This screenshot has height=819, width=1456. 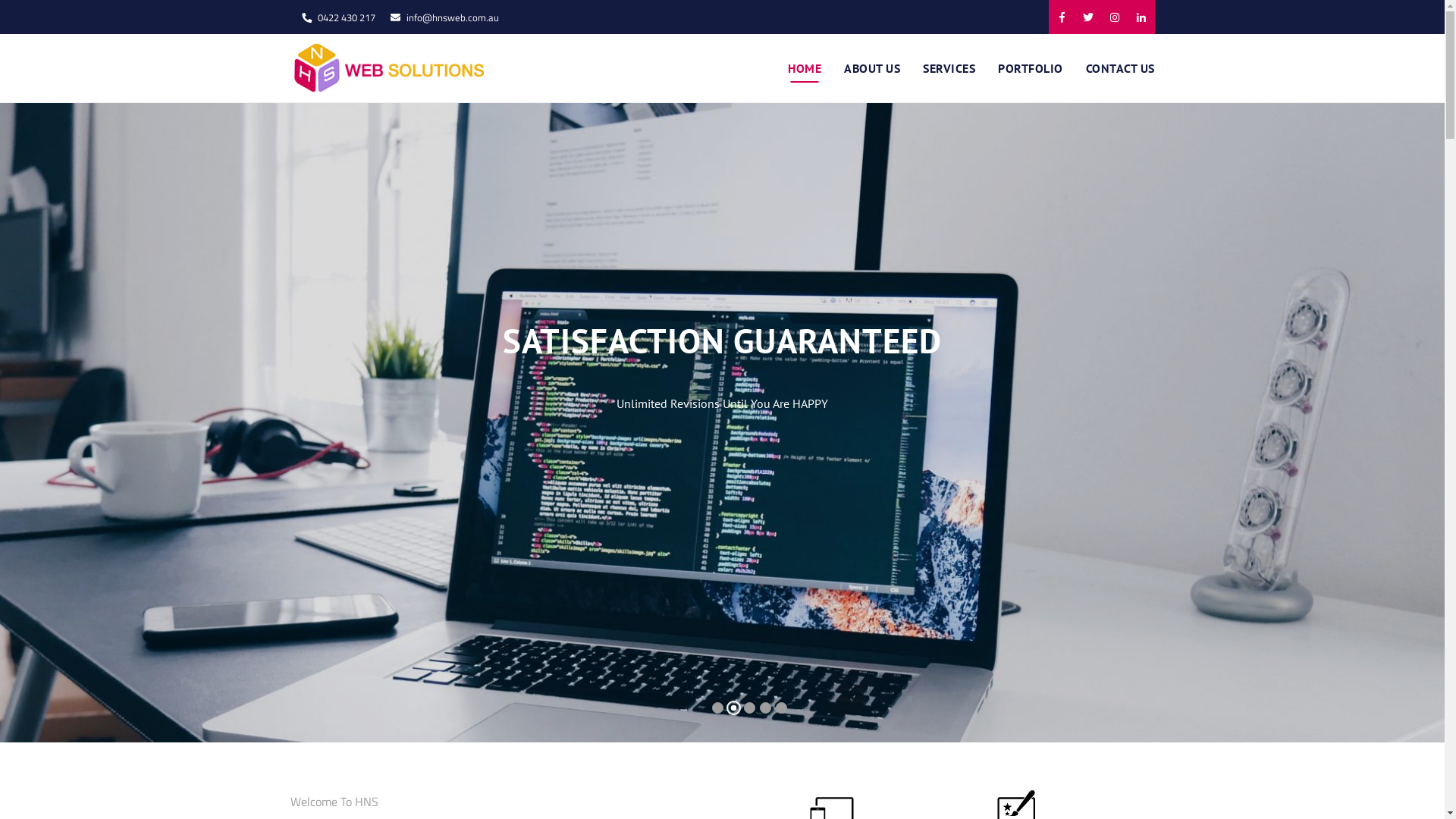 I want to click on 'SERVICES', so click(x=948, y=67).